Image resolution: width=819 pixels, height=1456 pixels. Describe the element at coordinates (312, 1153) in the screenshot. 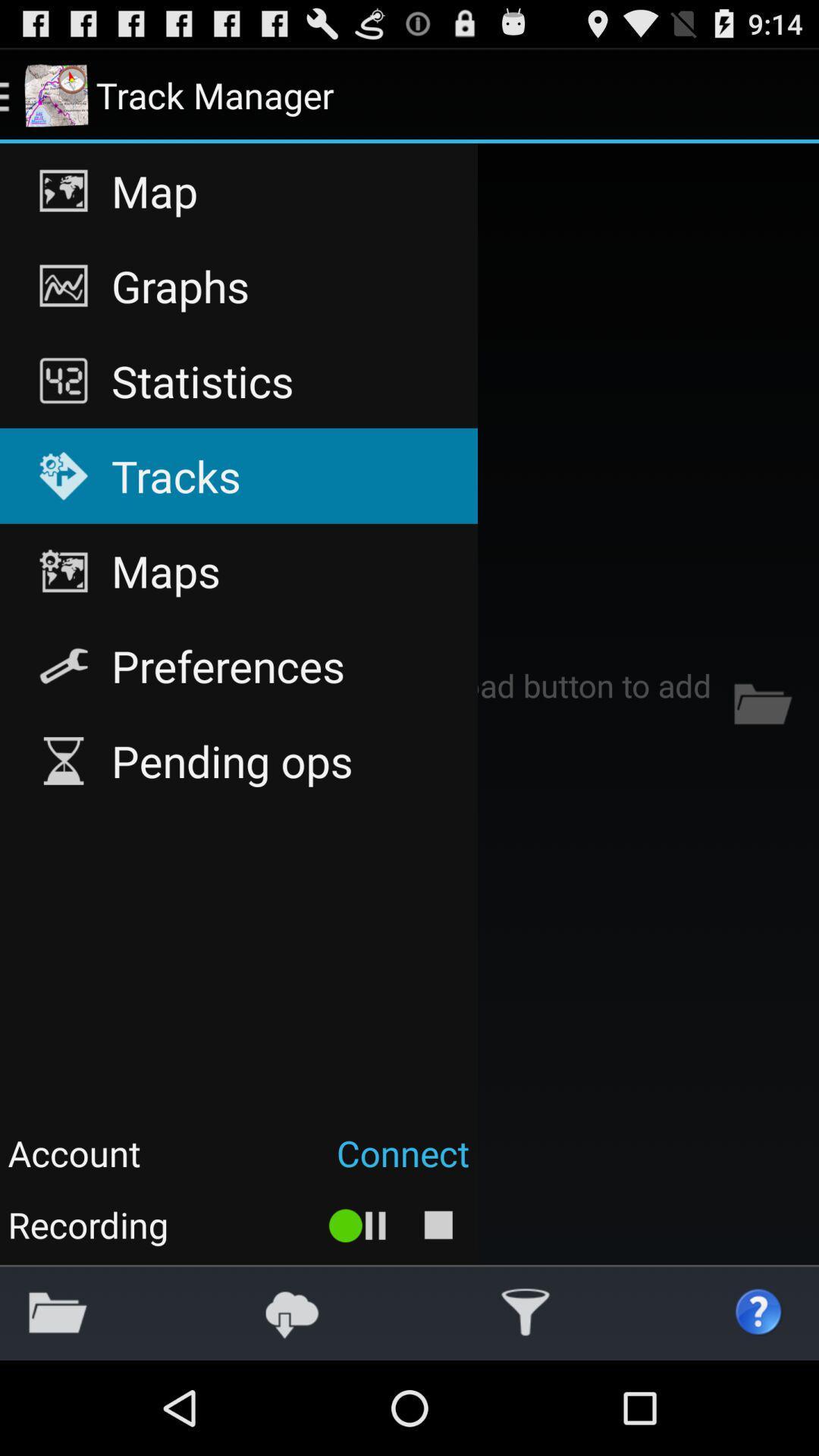

I see `the icon next to the account item` at that location.